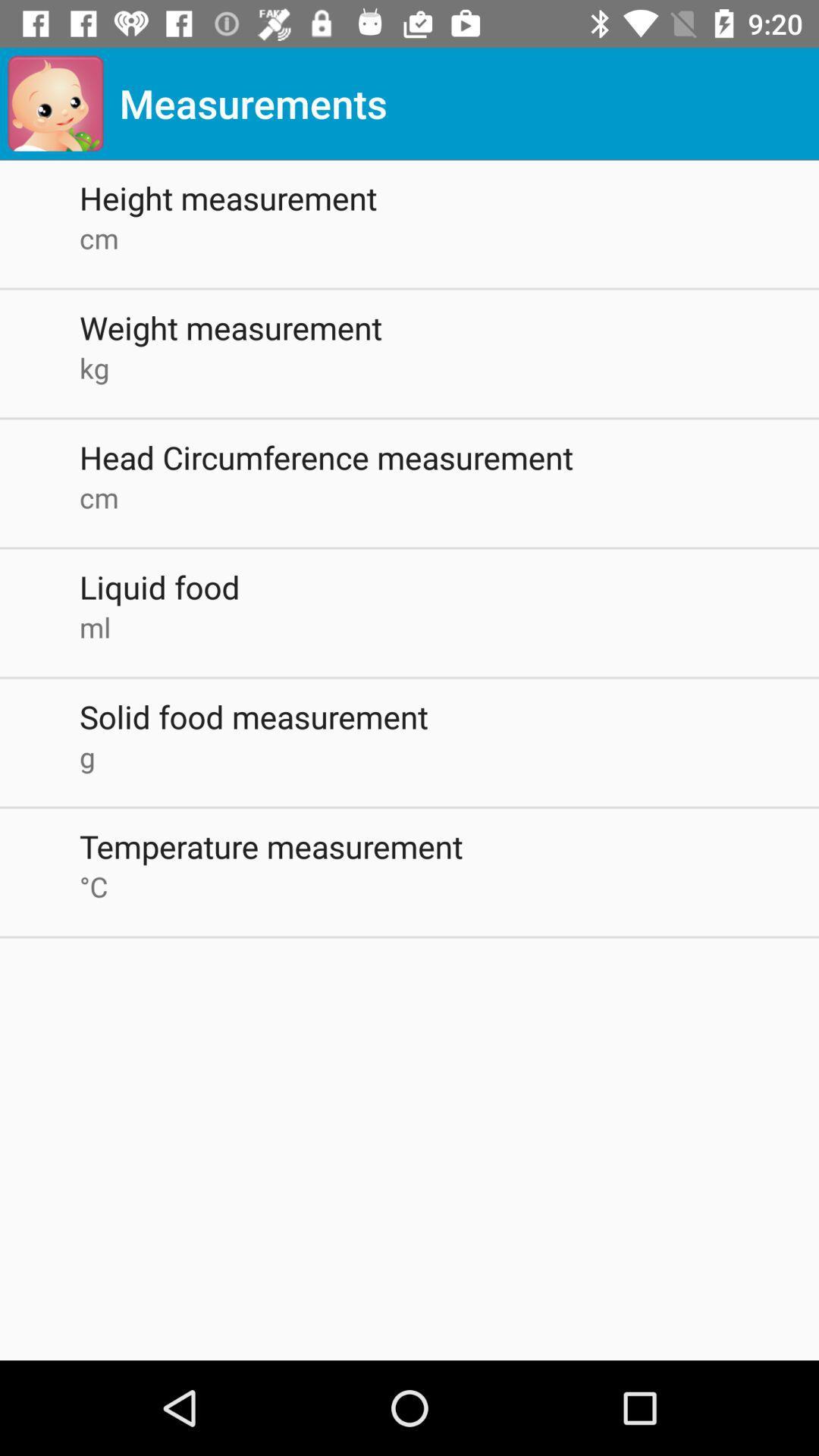 The height and width of the screenshot is (1456, 819). Describe the element at coordinates (55, 102) in the screenshot. I see `app above the height measurement` at that location.